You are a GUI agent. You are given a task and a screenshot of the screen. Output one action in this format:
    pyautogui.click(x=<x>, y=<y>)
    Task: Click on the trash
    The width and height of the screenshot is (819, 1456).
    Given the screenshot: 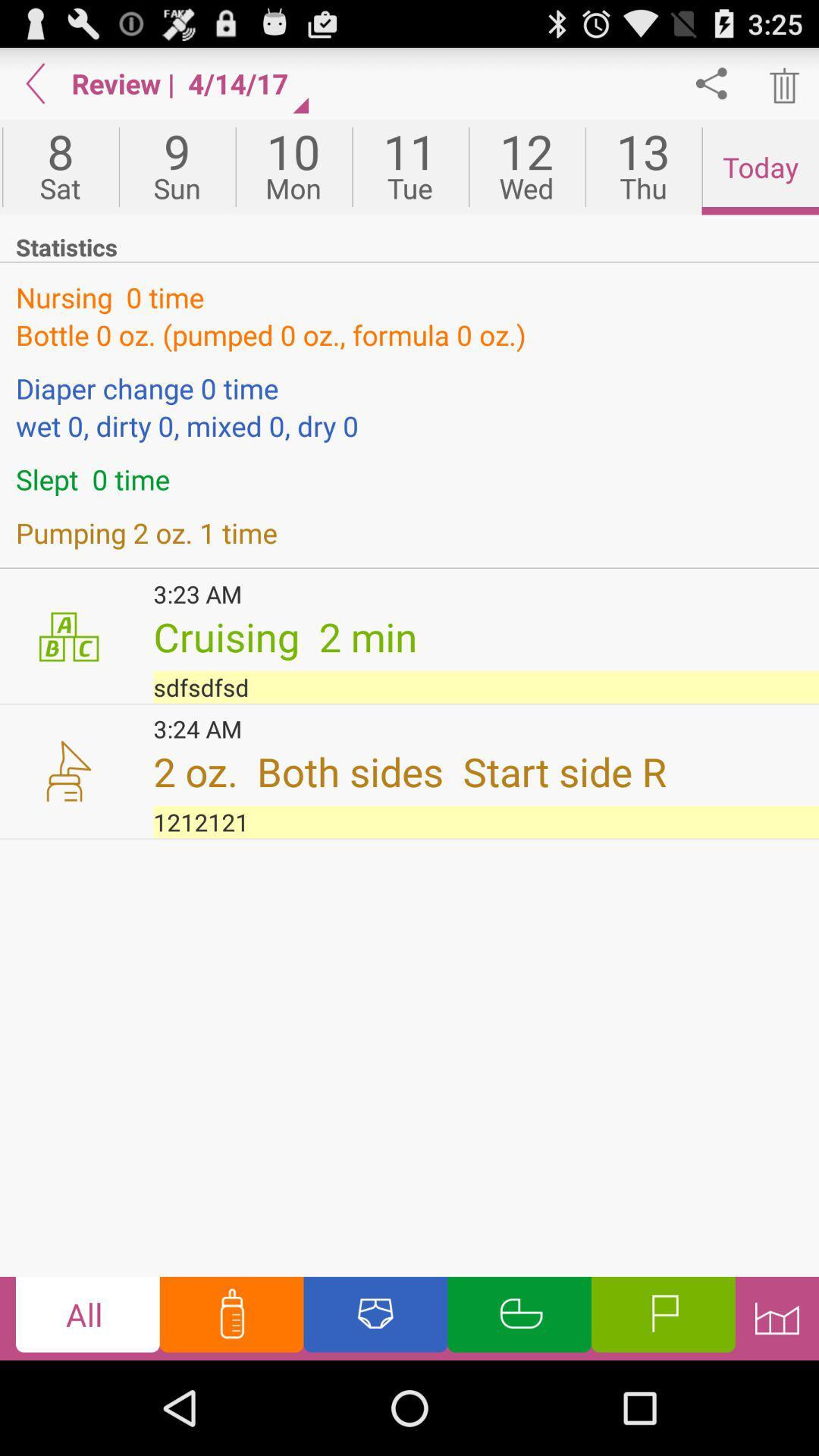 What is the action you would take?
    pyautogui.click(x=783, y=83)
    